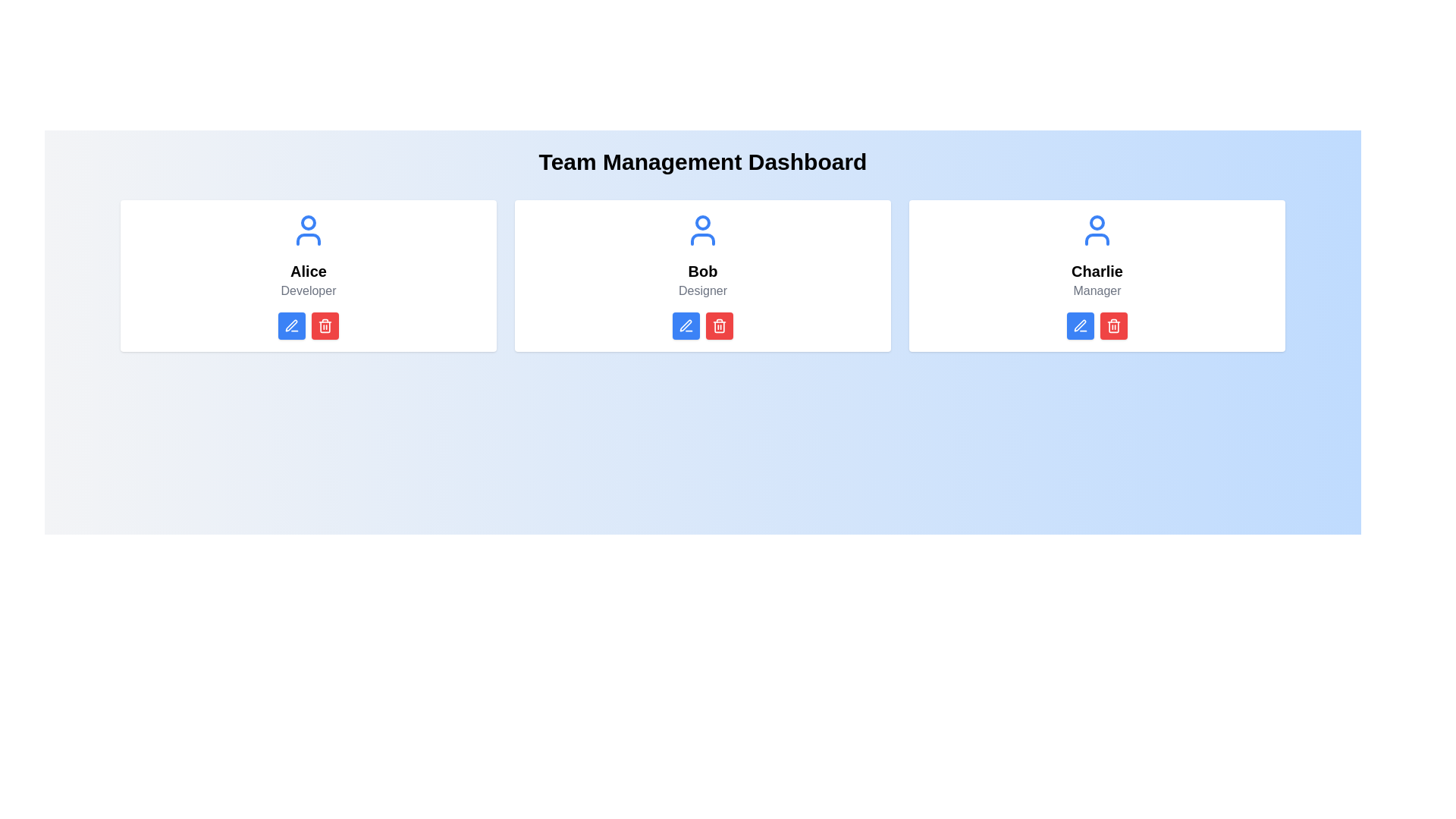 This screenshot has height=819, width=1456. I want to click on the blue or red button in the group of interactive buttons located below the text description area of 'Alice, Developer' card, so click(308, 325).